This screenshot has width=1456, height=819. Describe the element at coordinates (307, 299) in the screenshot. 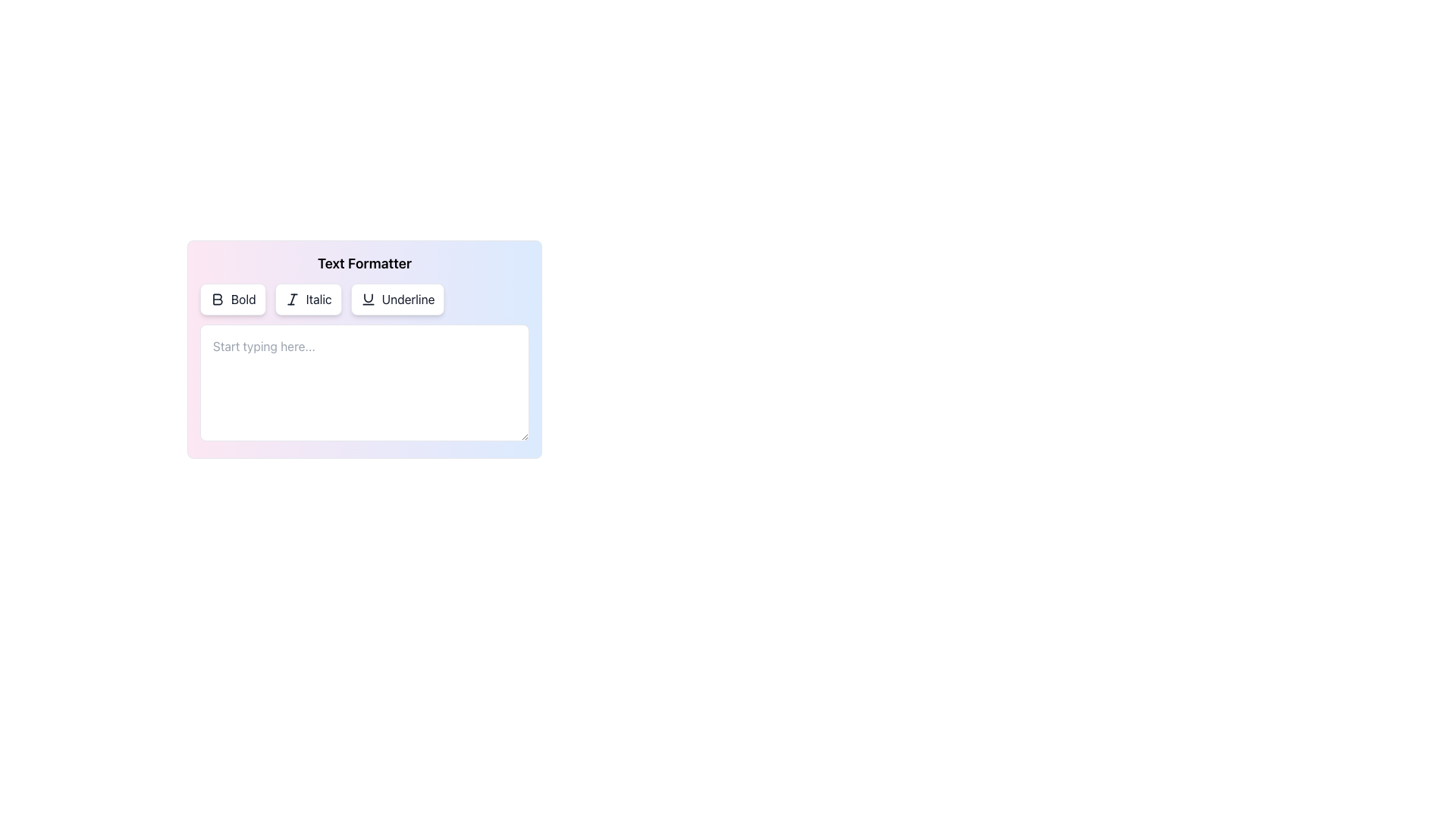

I see `the second button in the horizontal row at the top-left section of the interface` at that location.